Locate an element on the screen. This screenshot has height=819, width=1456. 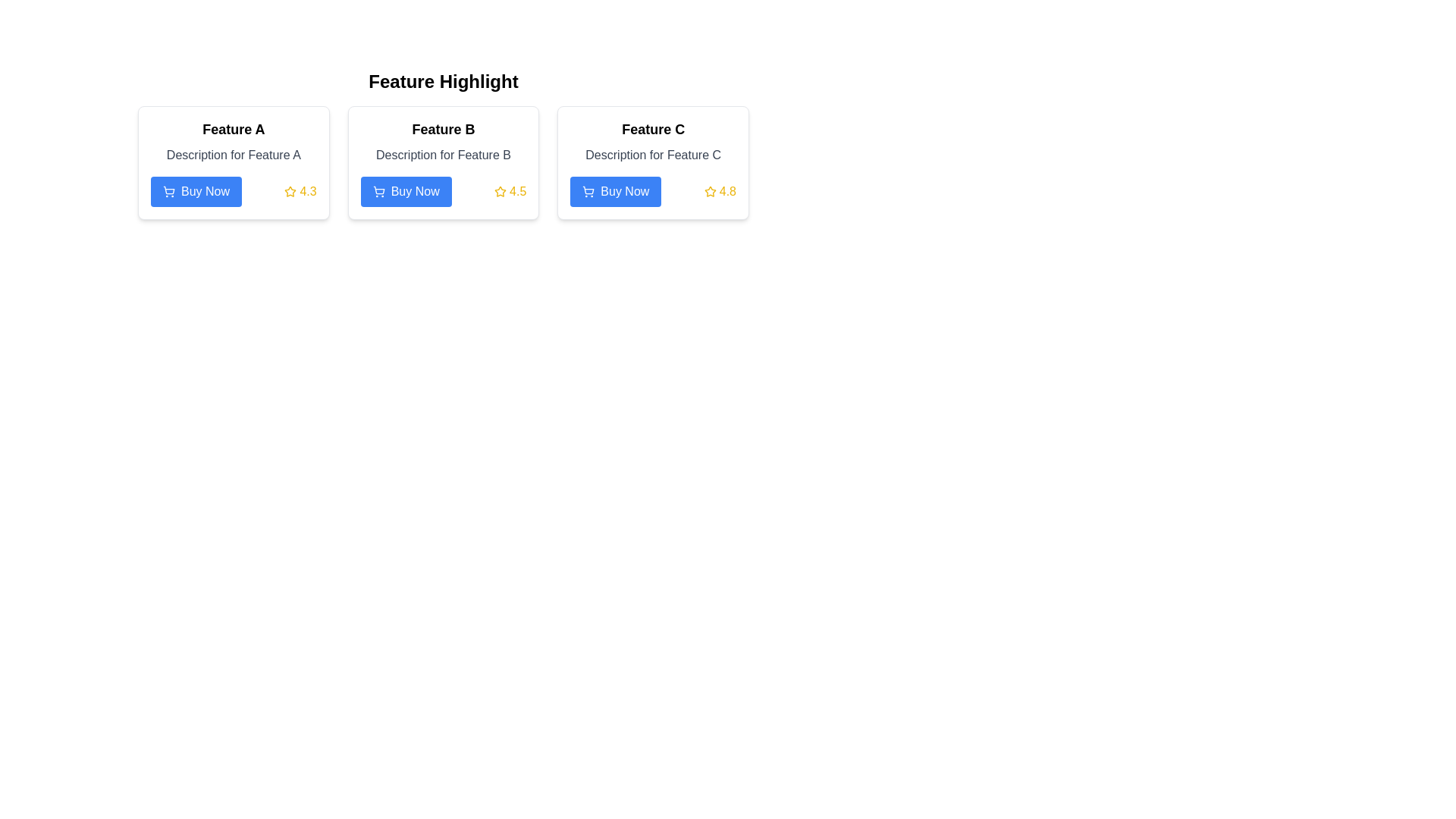
the icon on the left side of the 'Buy Now' button, which indicates the purpose of adding a feature to the purchase list is located at coordinates (378, 191).